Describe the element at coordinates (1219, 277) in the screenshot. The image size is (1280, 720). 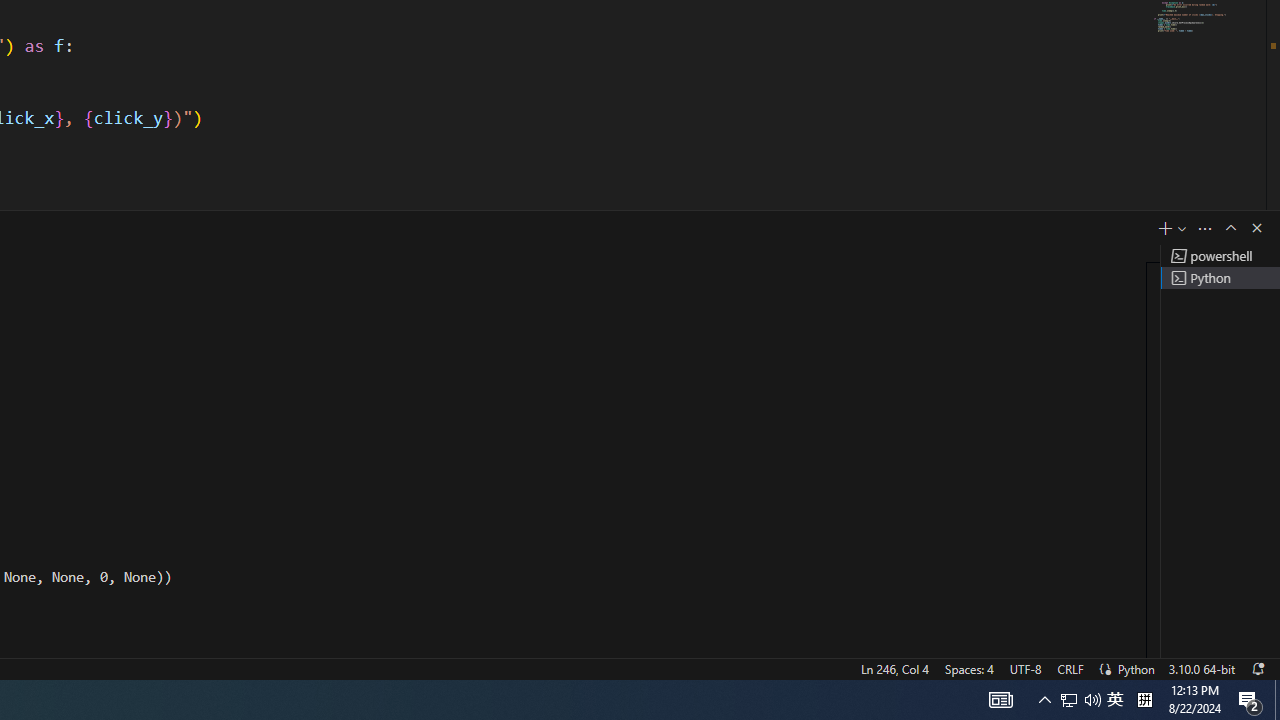
I see `'Terminal 2 Python'` at that location.